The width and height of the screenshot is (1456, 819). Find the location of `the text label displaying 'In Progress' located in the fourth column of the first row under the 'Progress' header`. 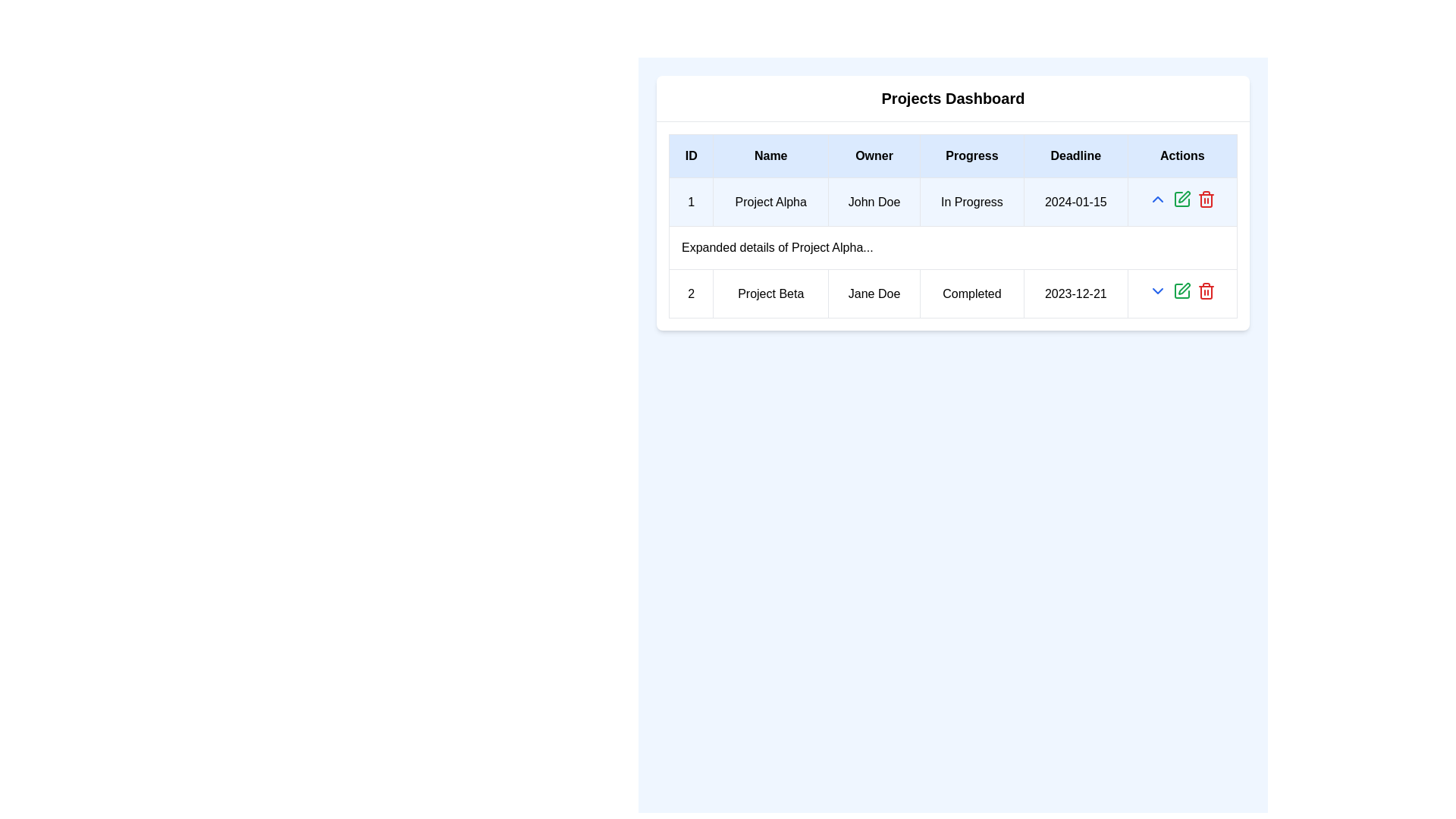

the text label displaying 'In Progress' located in the fourth column of the first row under the 'Progress' header is located at coordinates (971, 201).